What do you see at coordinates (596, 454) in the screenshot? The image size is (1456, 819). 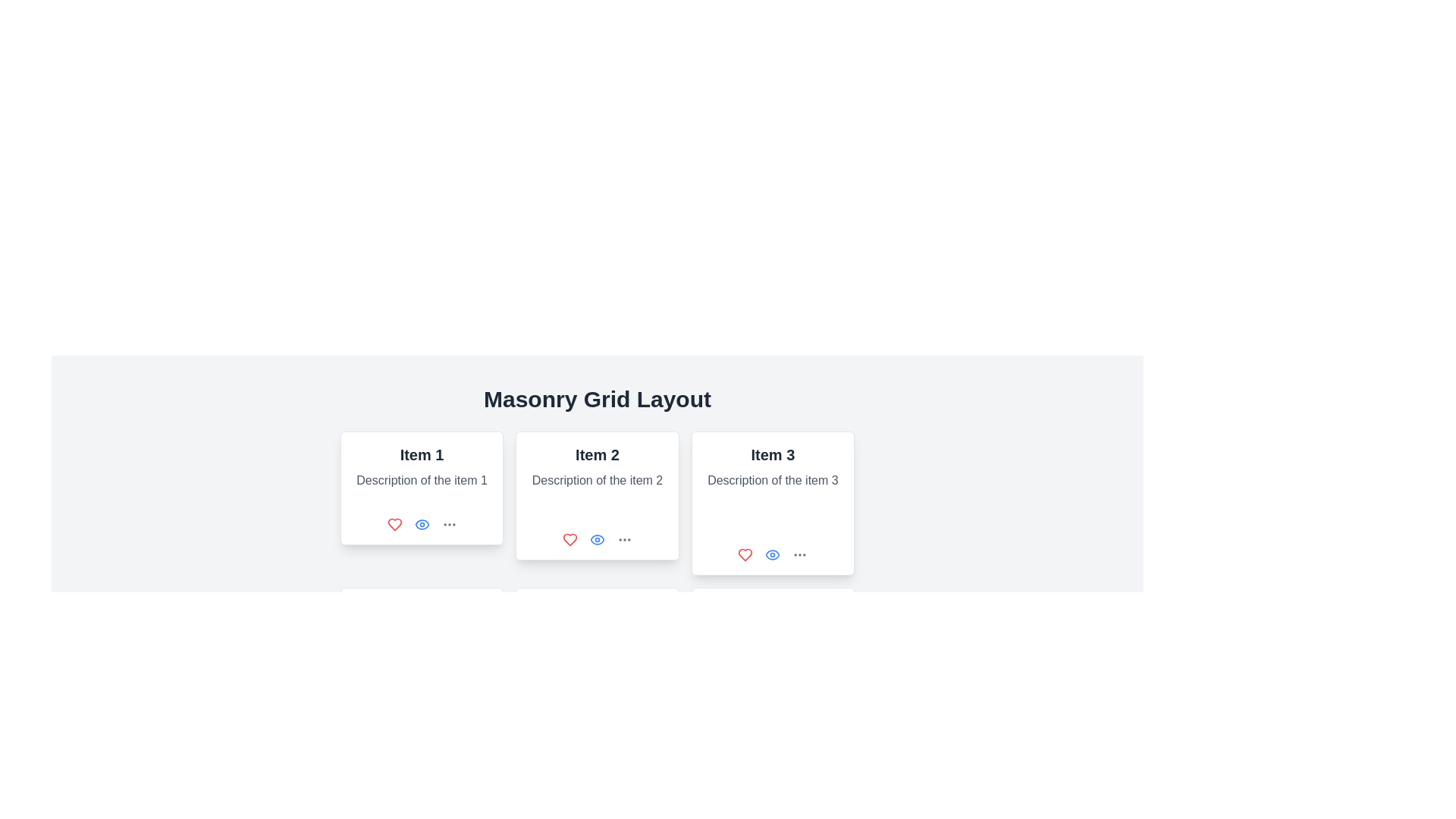 I see `the title text display for the second item in the masonry grid layout, which serves as an identifier for the content of that item` at bounding box center [596, 454].